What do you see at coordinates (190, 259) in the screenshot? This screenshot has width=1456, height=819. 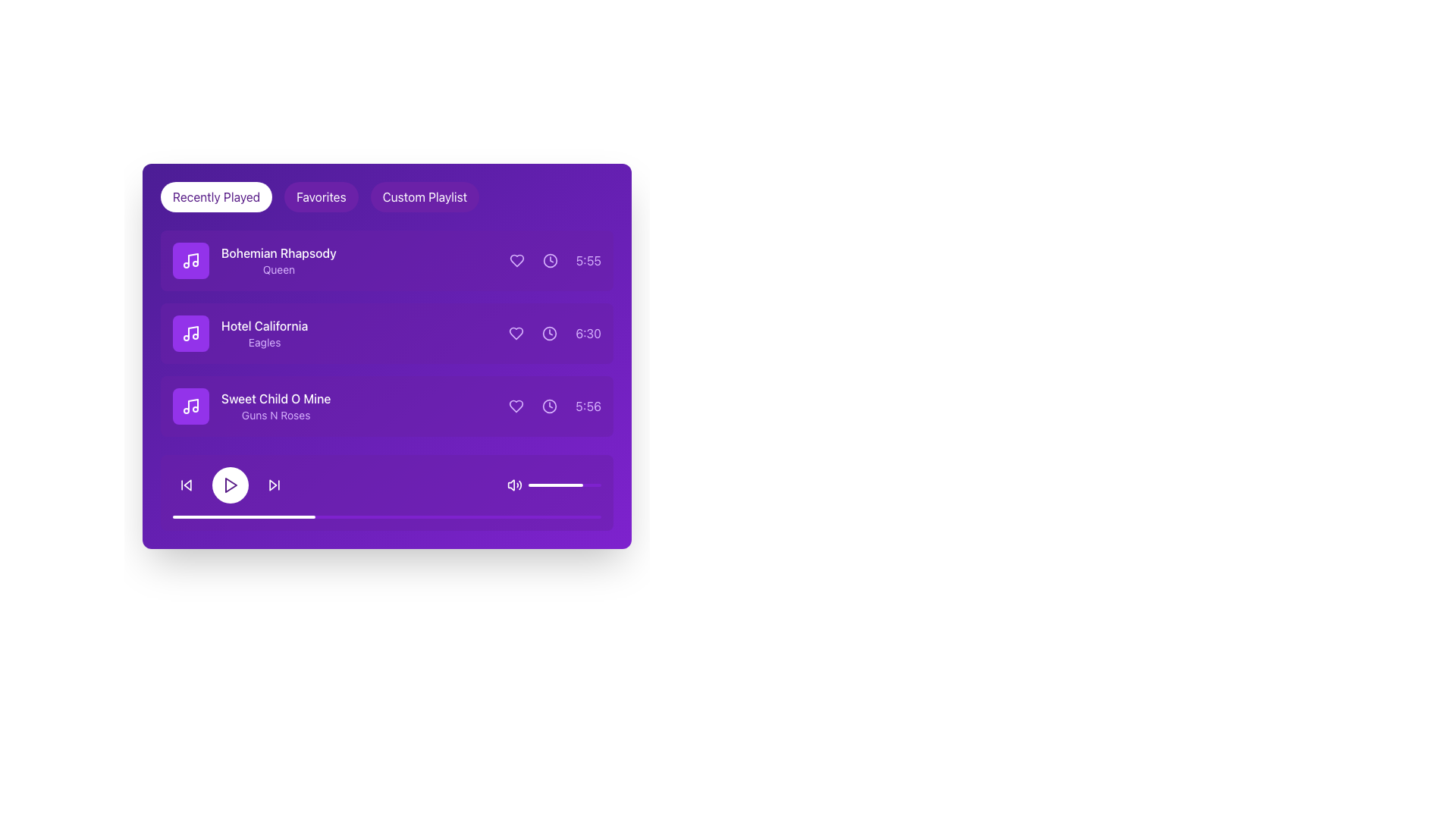 I see `the music track icon for 'Bohemian Rhapsody' located in the first cell under the purple background section labeled 'Recently Played'` at bounding box center [190, 259].